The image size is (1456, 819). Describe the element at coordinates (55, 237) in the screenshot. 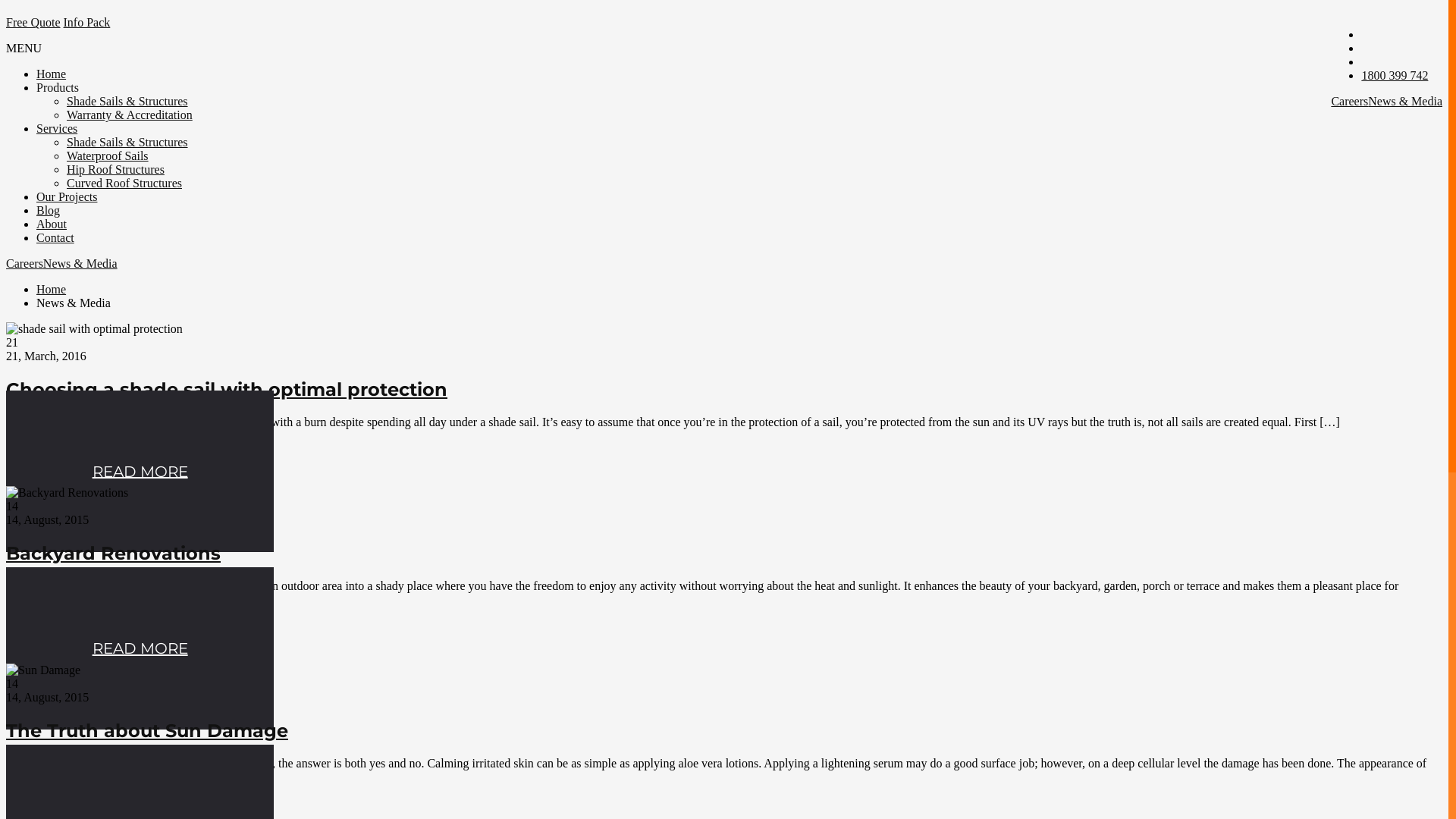

I see `'Contact'` at that location.